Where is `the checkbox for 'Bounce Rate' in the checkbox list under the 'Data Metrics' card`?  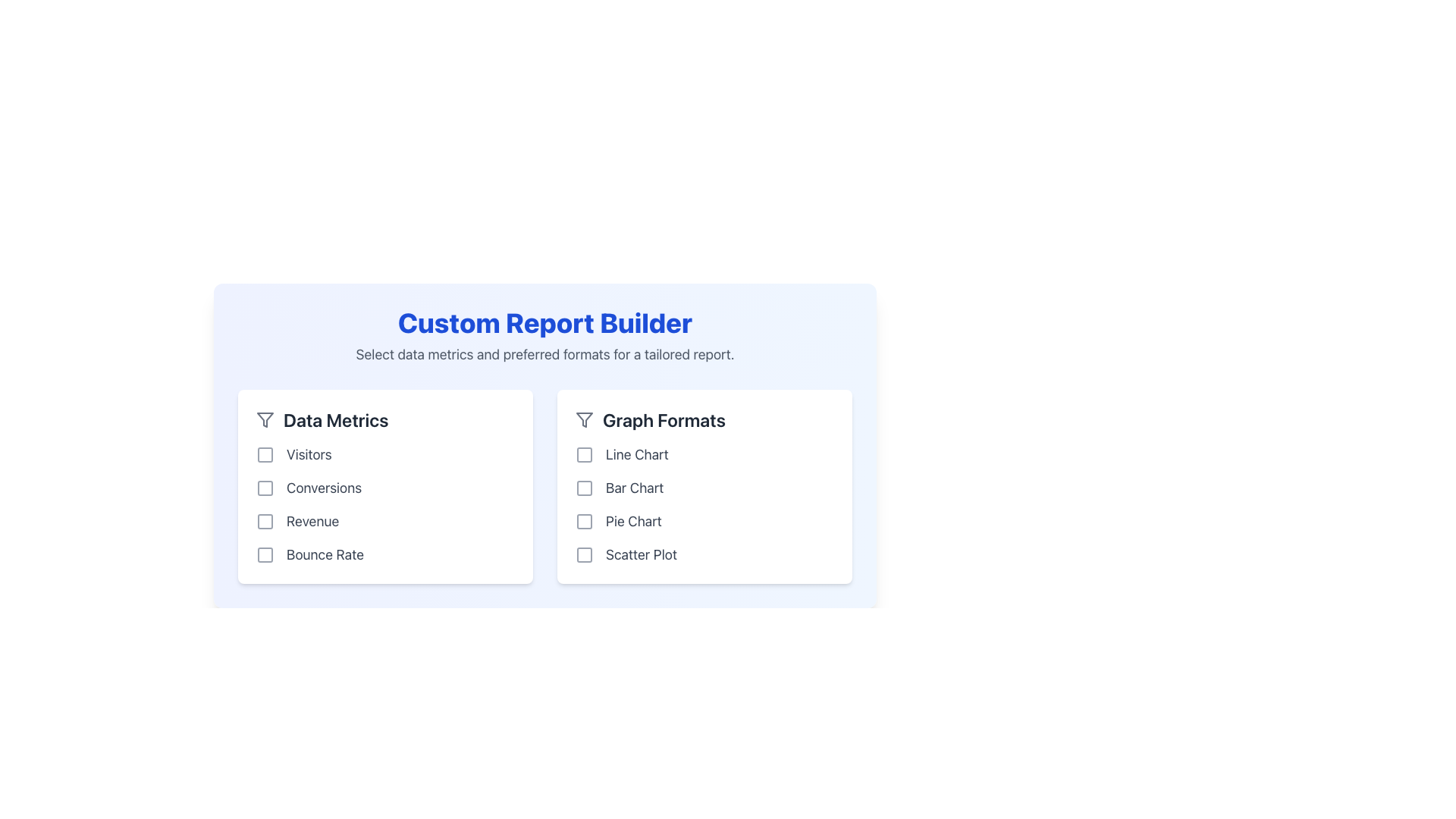
the checkbox for 'Bounce Rate' in the checkbox list under the 'Data Metrics' card is located at coordinates (385, 505).